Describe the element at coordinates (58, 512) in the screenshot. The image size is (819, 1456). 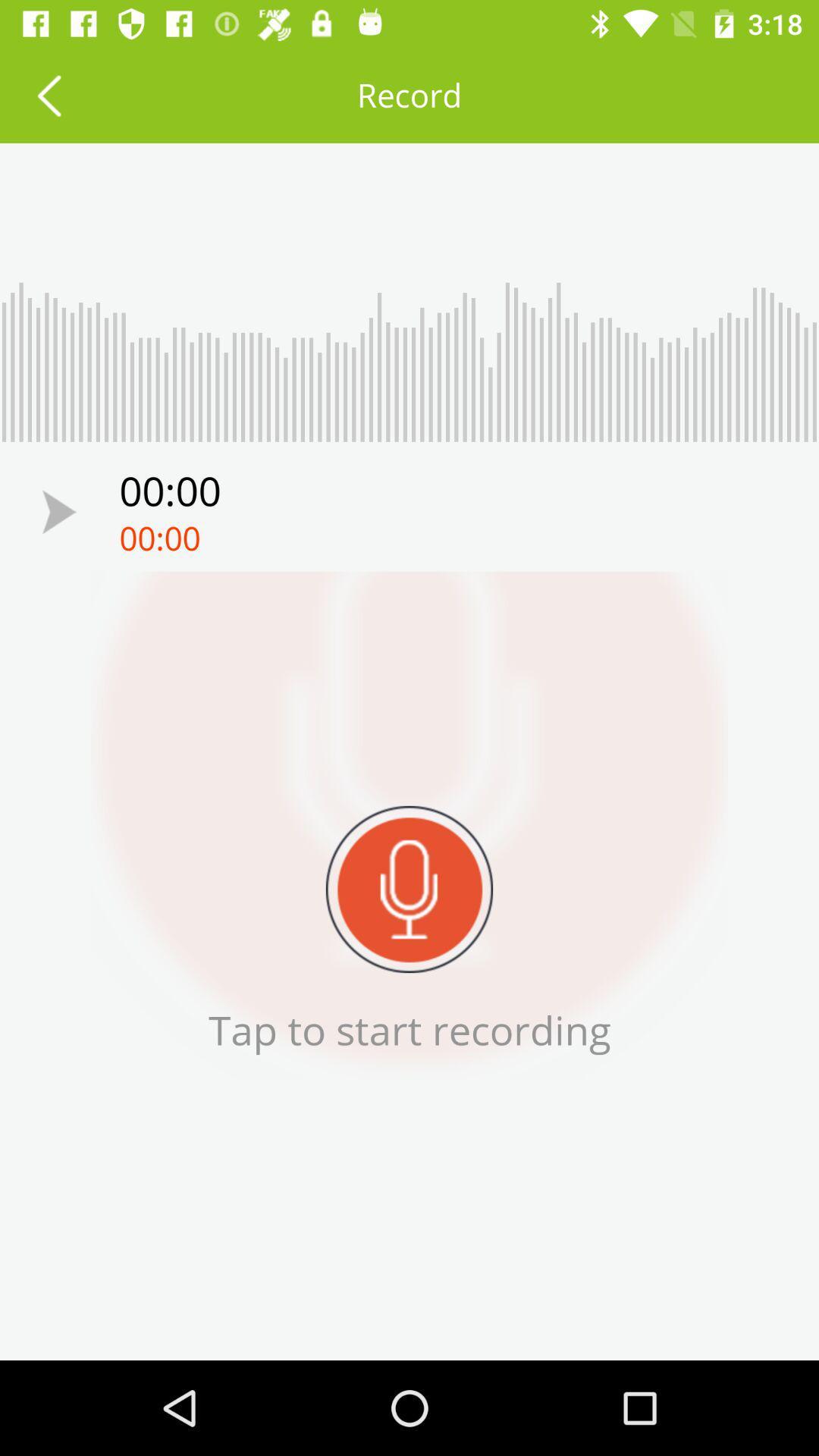
I see `icon to the left of 00:00 item` at that location.